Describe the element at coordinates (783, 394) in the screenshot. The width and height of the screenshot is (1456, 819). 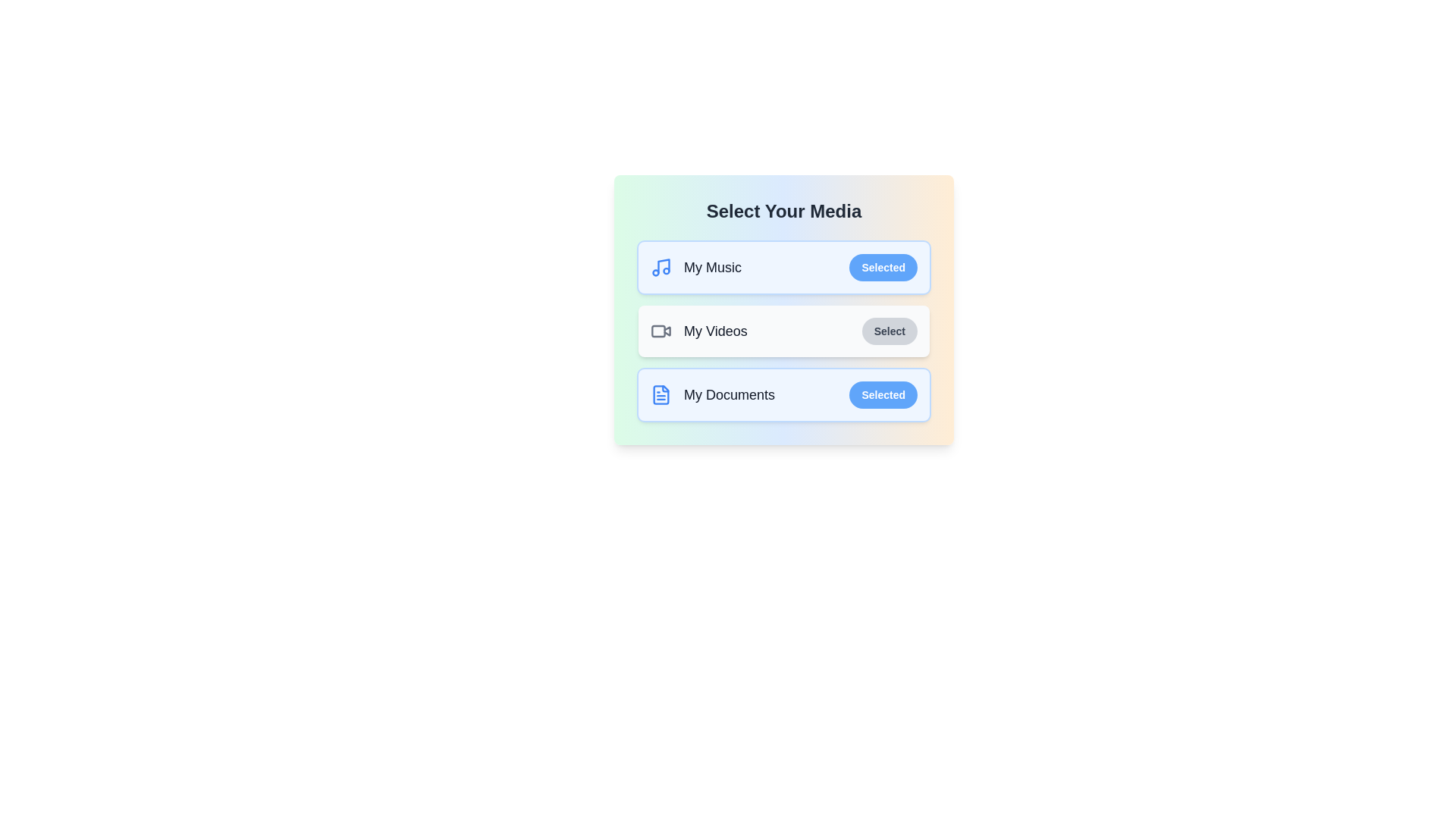
I see `the item My Documents to observe its hover effect` at that location.